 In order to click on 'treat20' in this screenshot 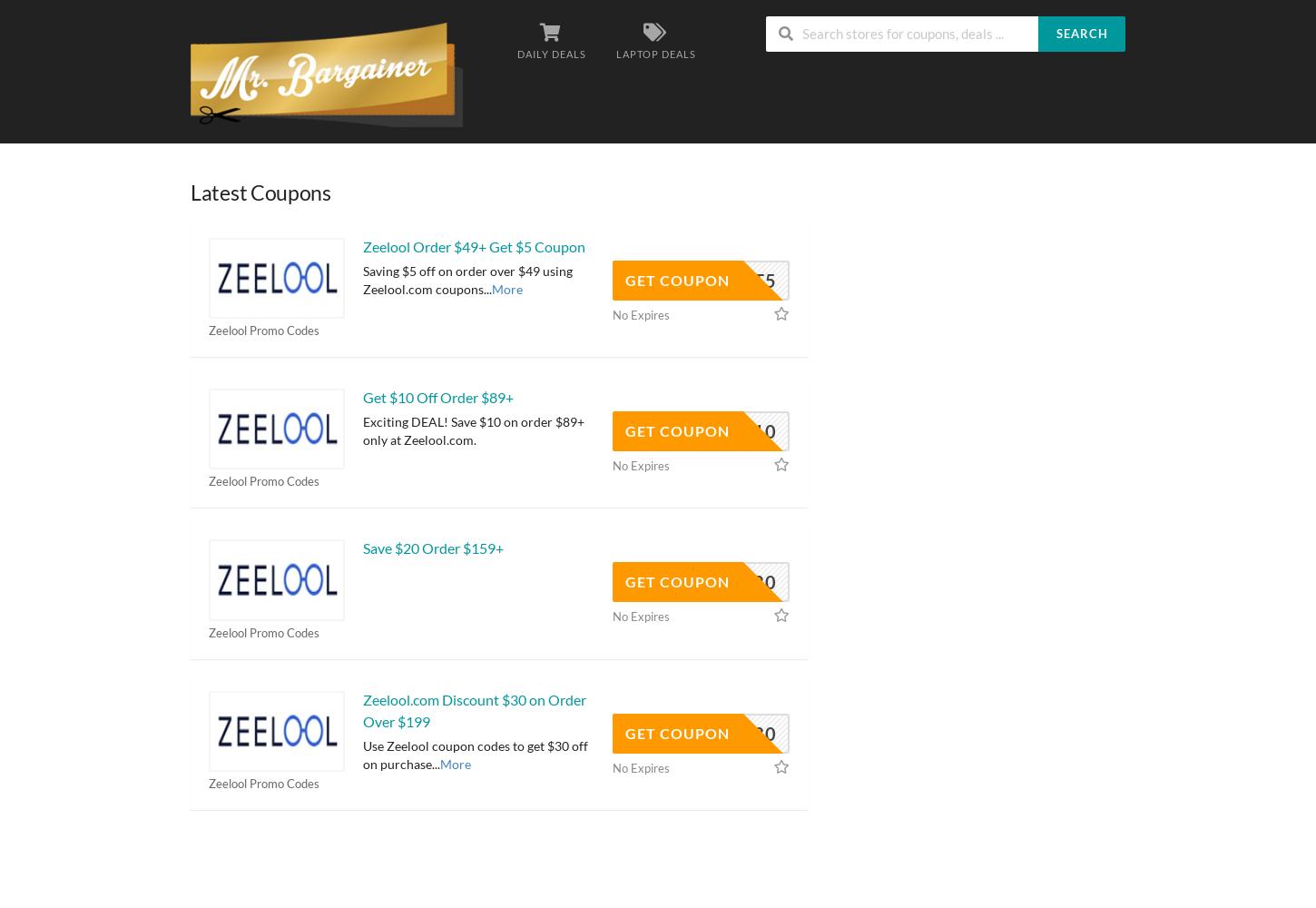, I will do `click(734, 582)`.